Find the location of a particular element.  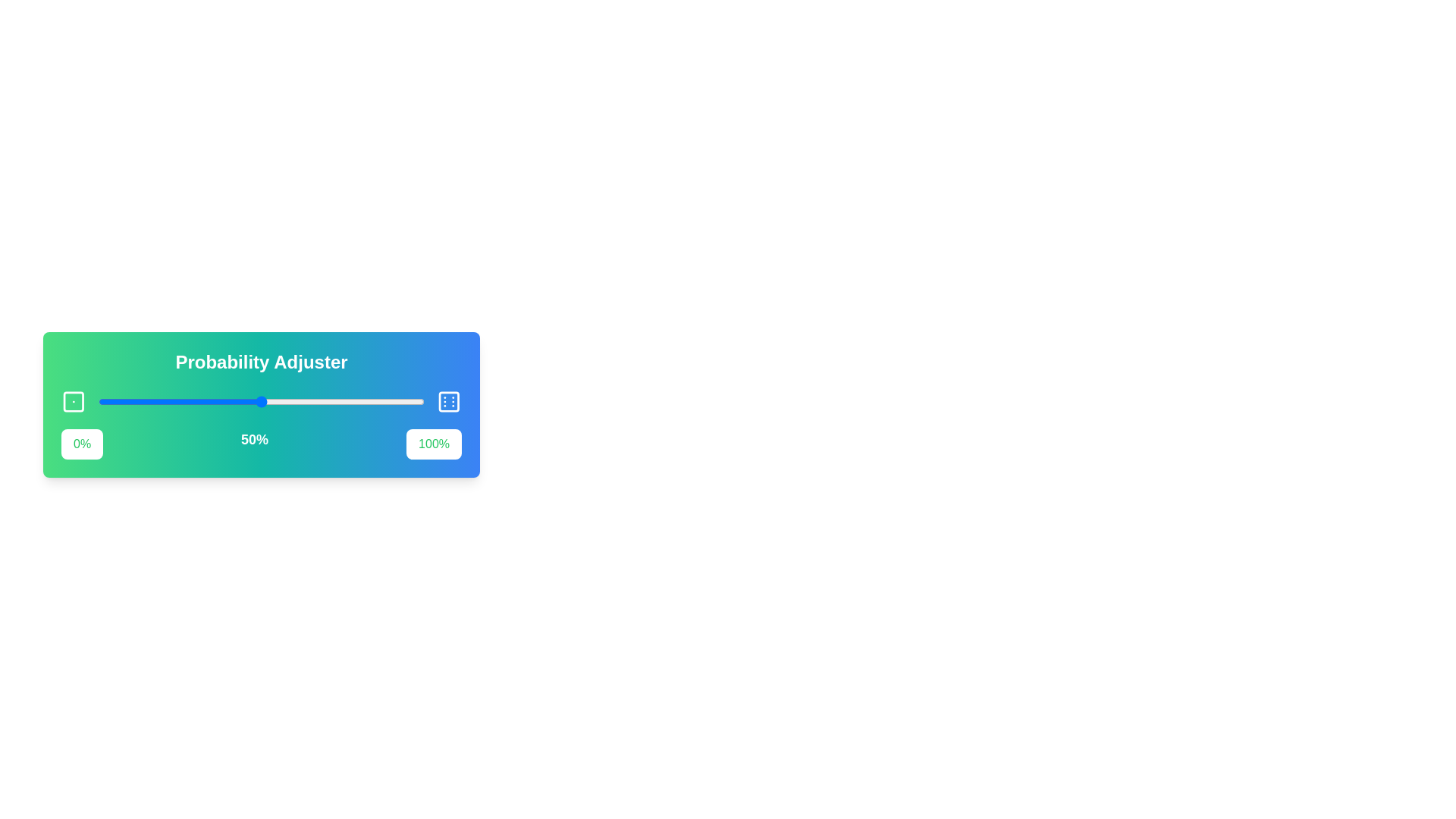

the slider to set the probability to 87% is located at coordinates (382, 400).